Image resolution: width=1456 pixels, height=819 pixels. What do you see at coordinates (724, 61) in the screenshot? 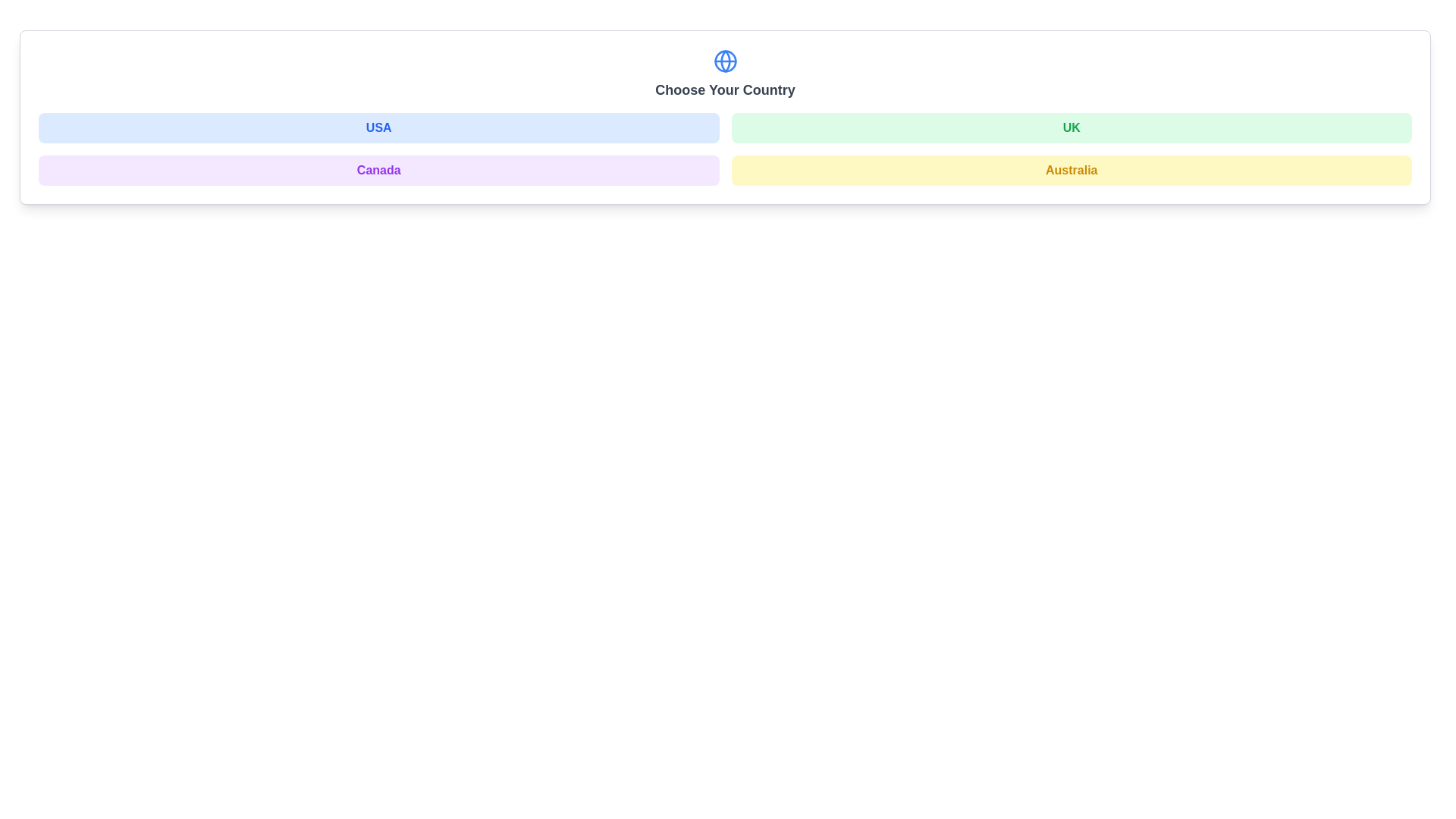
I see `the decorative SVG circle element that represents a globe icon, positioned above the 'Choose Your Country' text` at bounding box center [724, 61].